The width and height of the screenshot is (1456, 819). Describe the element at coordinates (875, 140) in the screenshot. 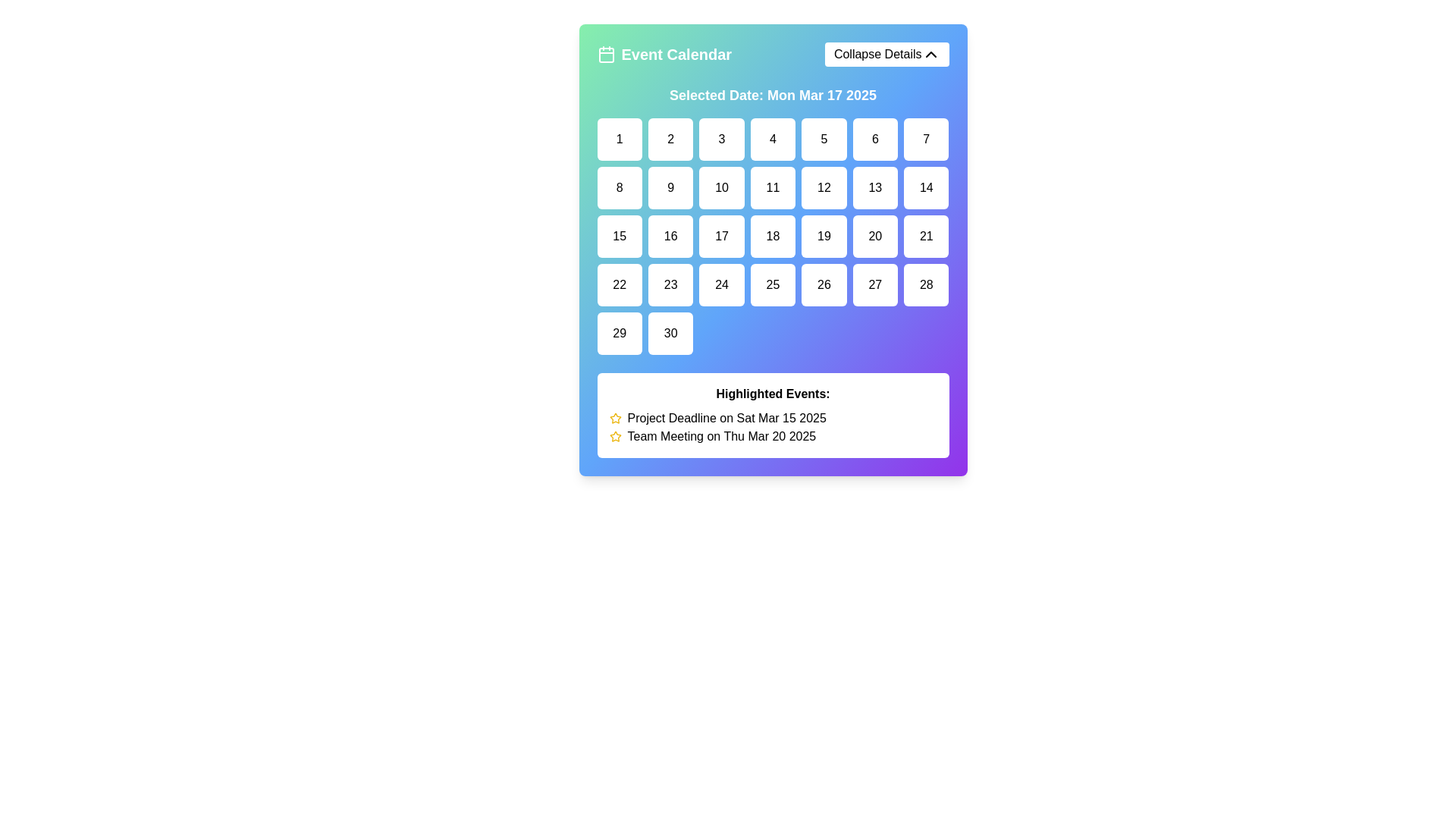

I see `the square button labeled '6' with a white background and rounded corners, located in the top row of a grid layout` at that location.